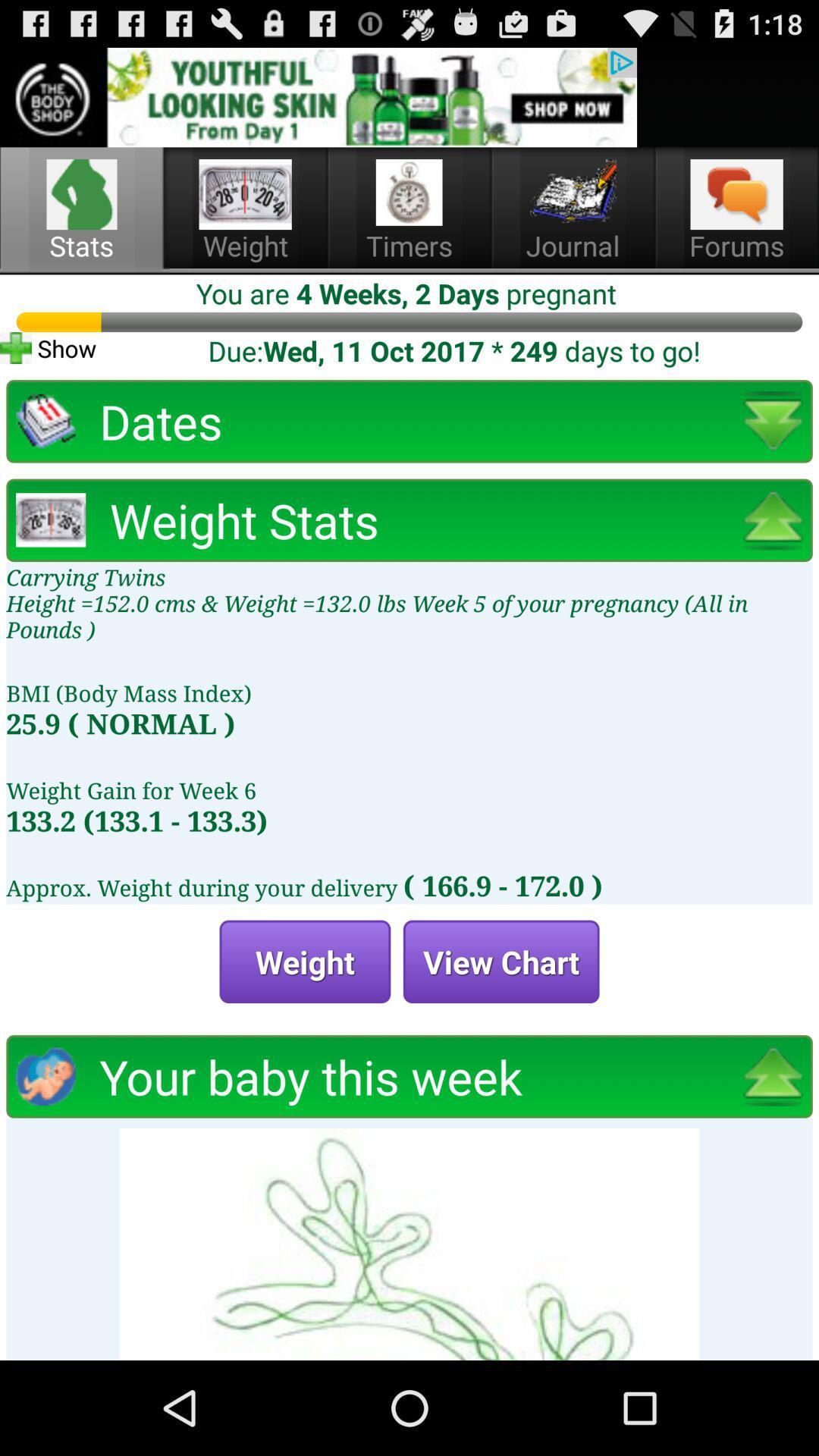 The image size is (819, 1456). What do you see at coordinates (318, 96) in the screenshot?
I see `advertisement option` at bounding box center [318, 96].